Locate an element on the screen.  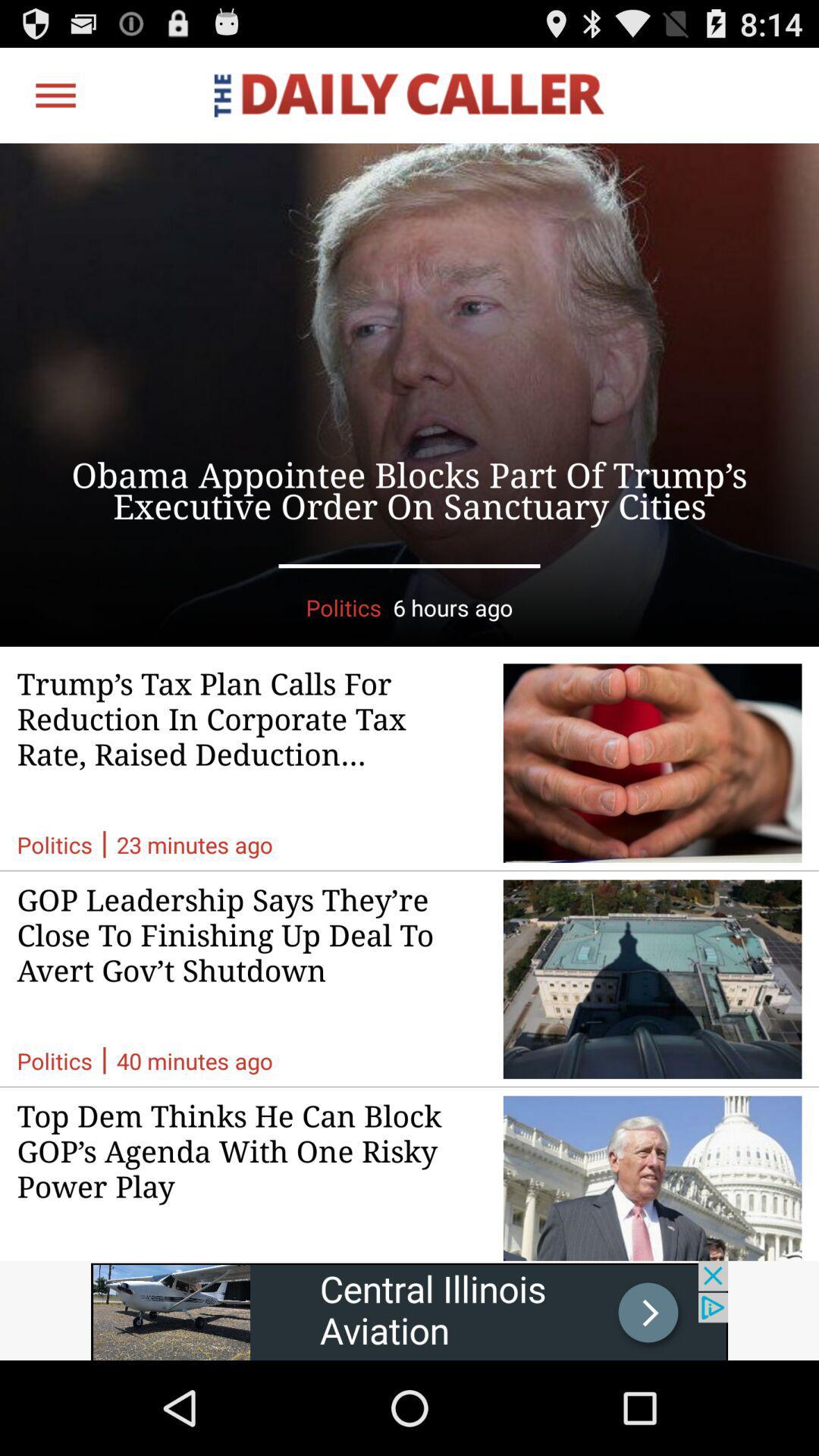
opens the article is located at coordinates (409, 394).